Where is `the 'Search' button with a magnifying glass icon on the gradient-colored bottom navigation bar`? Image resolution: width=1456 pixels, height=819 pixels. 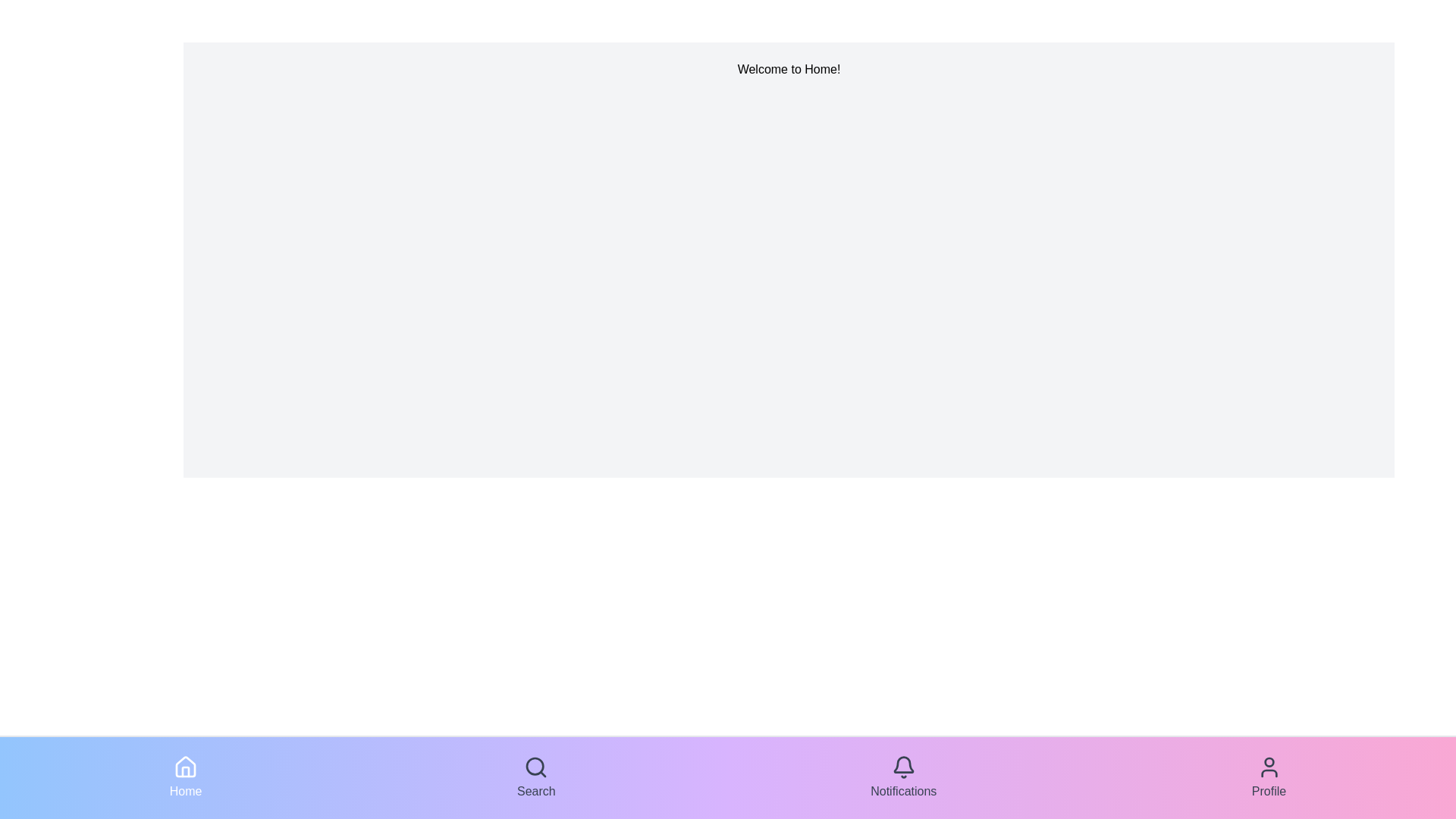 the 'Search' button with a magnifying glass icon on the gradient-colored bottom navigation bar is located at coordinates (535, 778).